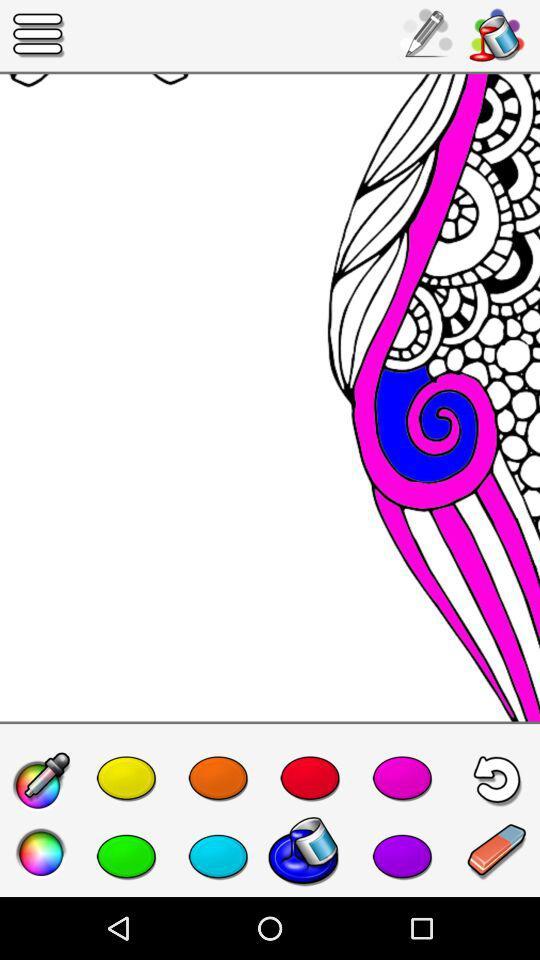 The height and width of the screenshot is (960, 540). What do you see at coordinates (39, 34) in the screenshot?
I see `the menu icon` at bounding box center [39, 34].